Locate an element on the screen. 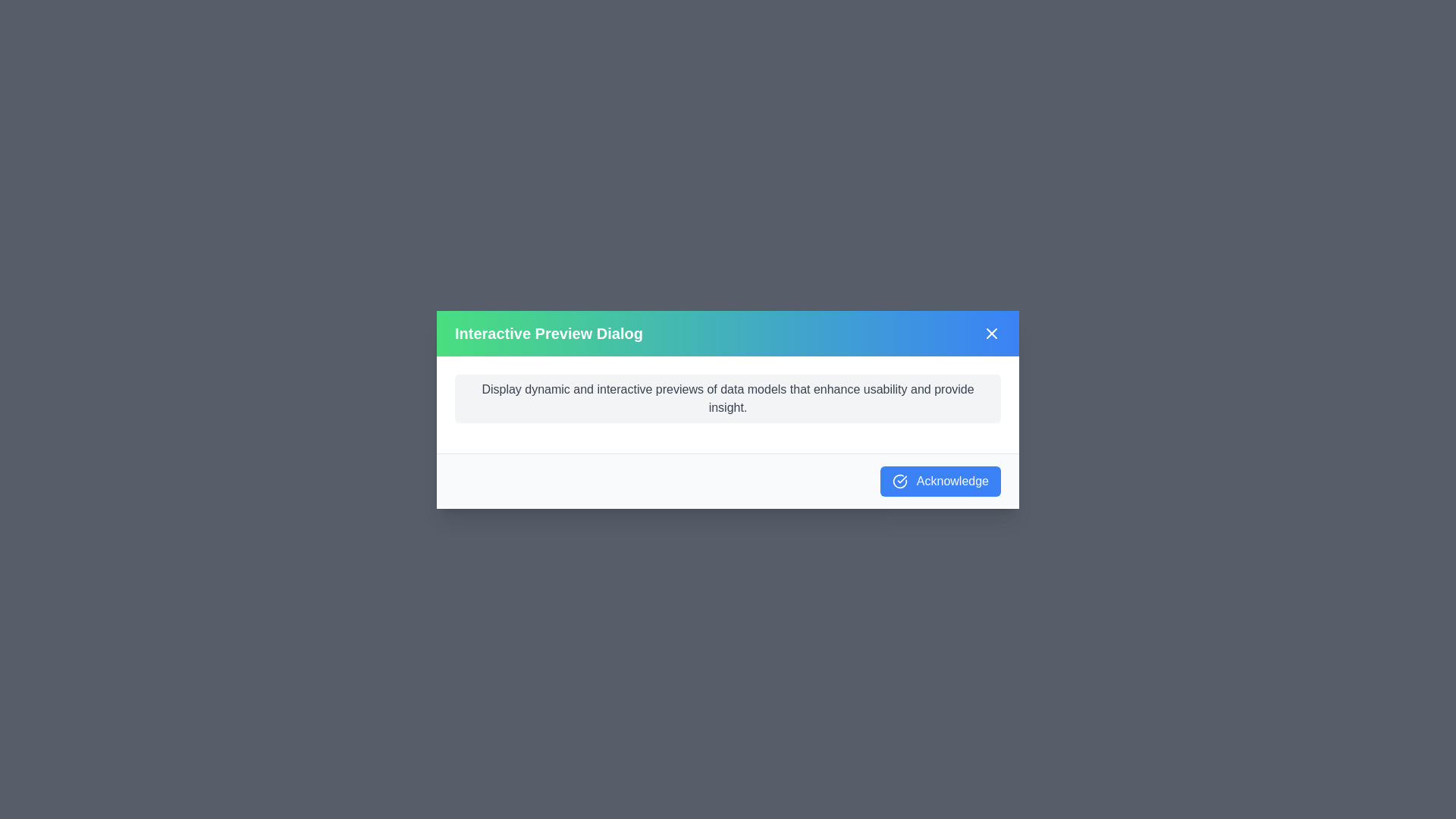 Image resolution: width=1456 pixels, height=819 pixels. the 'Acknowledge' button to close the dialog is located at coordinates (940, 481).